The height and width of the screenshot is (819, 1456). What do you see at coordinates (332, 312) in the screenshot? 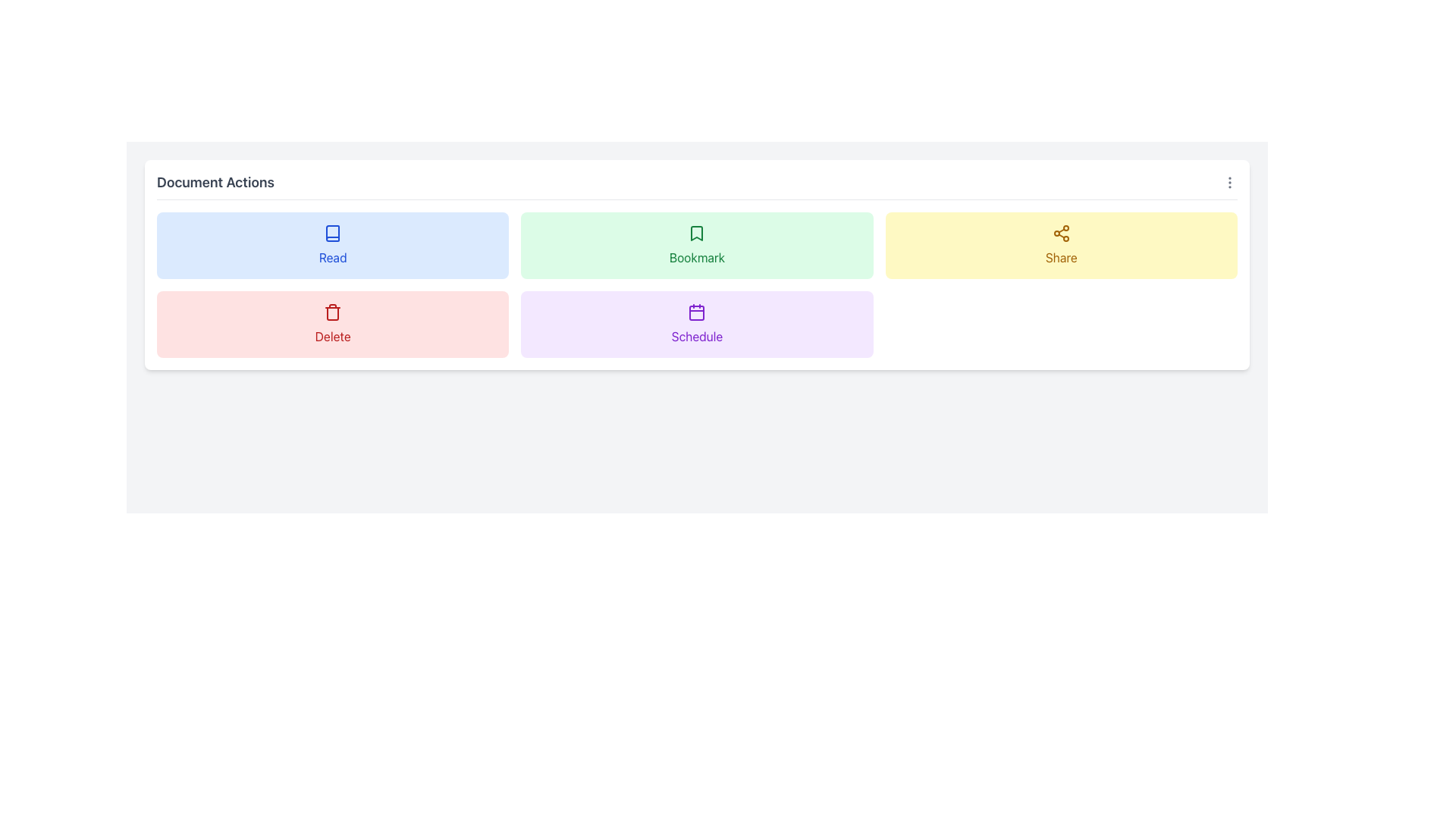
I see `the trash icon, which is centrally positioned inside the light red button labeled 'Delete'` at bounding box center [332, 312].